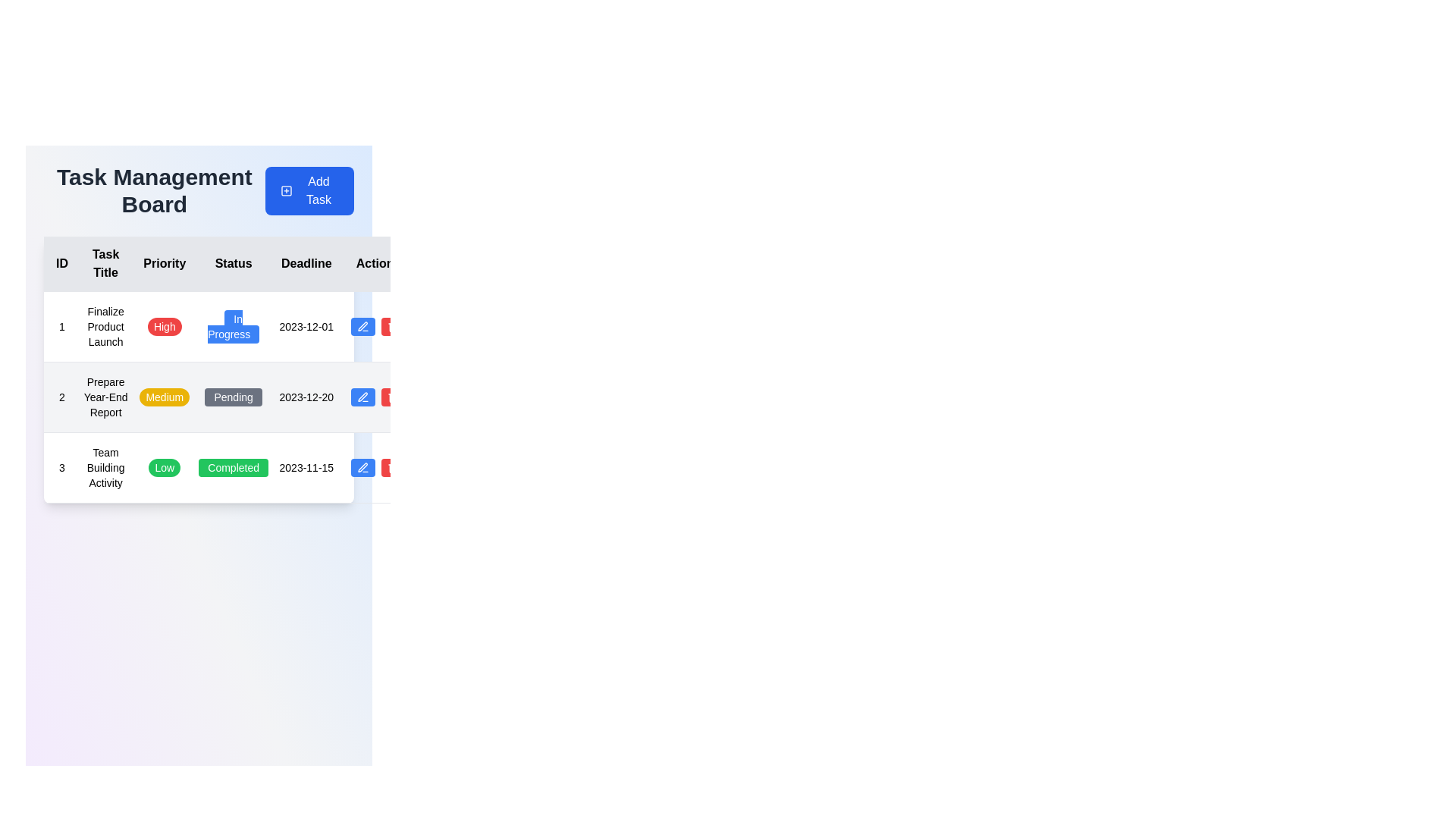 This screenshot has height=819, width=1456. I want to click on the 'Add Task' button located towards the top-right corner of the Task Management Board interface, so click(309, 190).